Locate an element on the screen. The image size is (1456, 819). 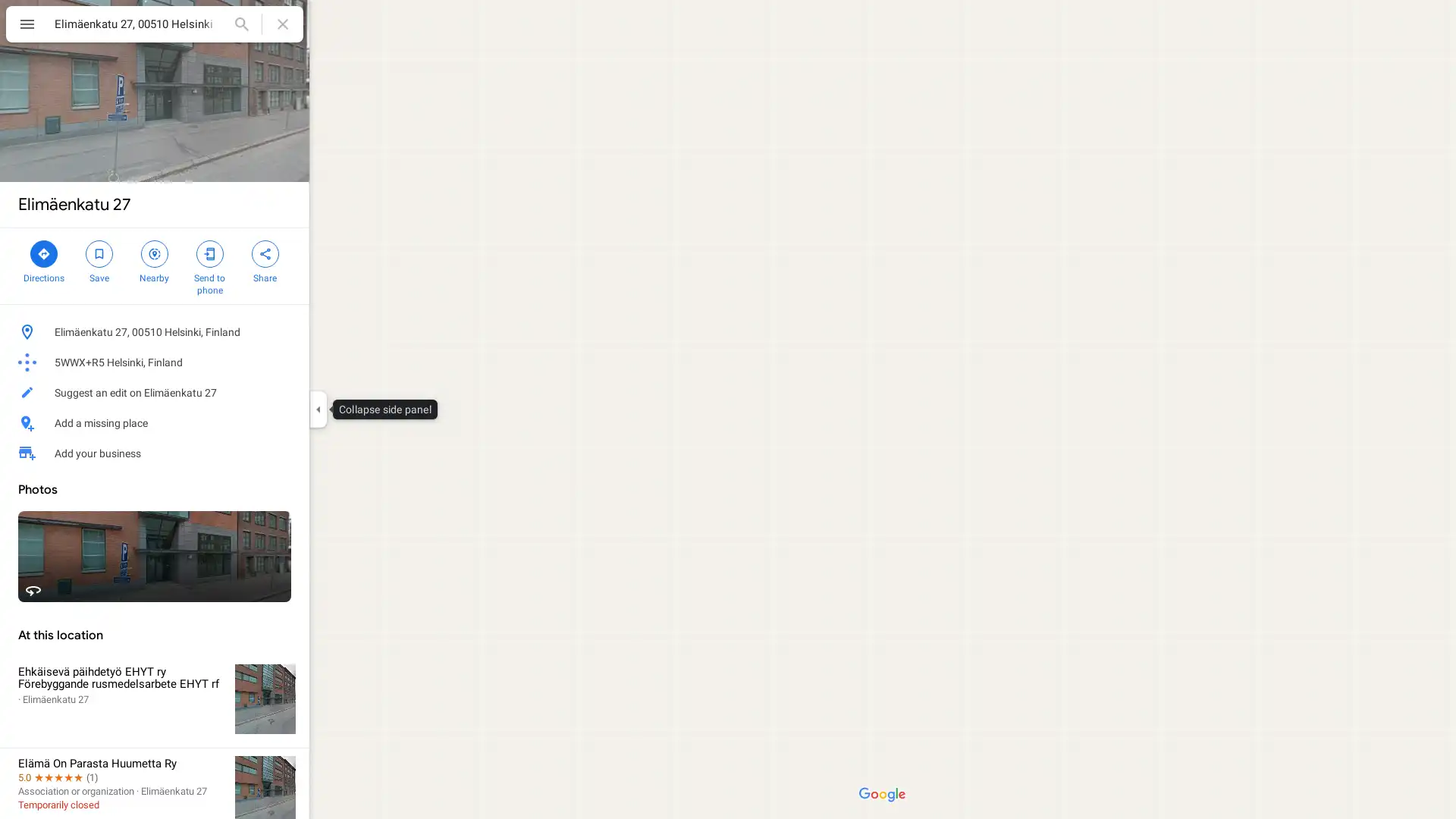
Clear search is located at coordinates (283, 24).